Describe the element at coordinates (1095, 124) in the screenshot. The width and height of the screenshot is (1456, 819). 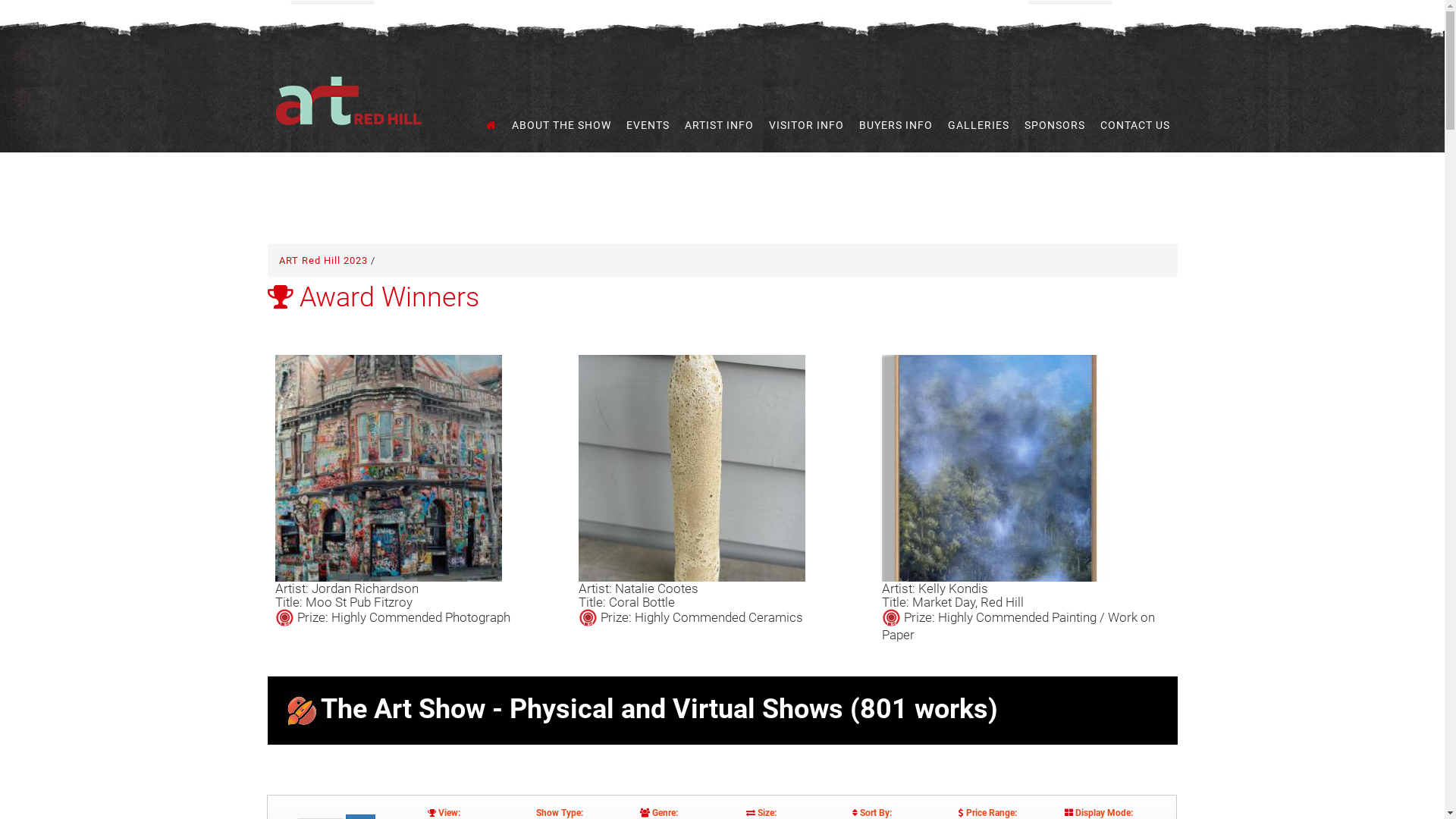
I see `'CONTACT US'` at that location.